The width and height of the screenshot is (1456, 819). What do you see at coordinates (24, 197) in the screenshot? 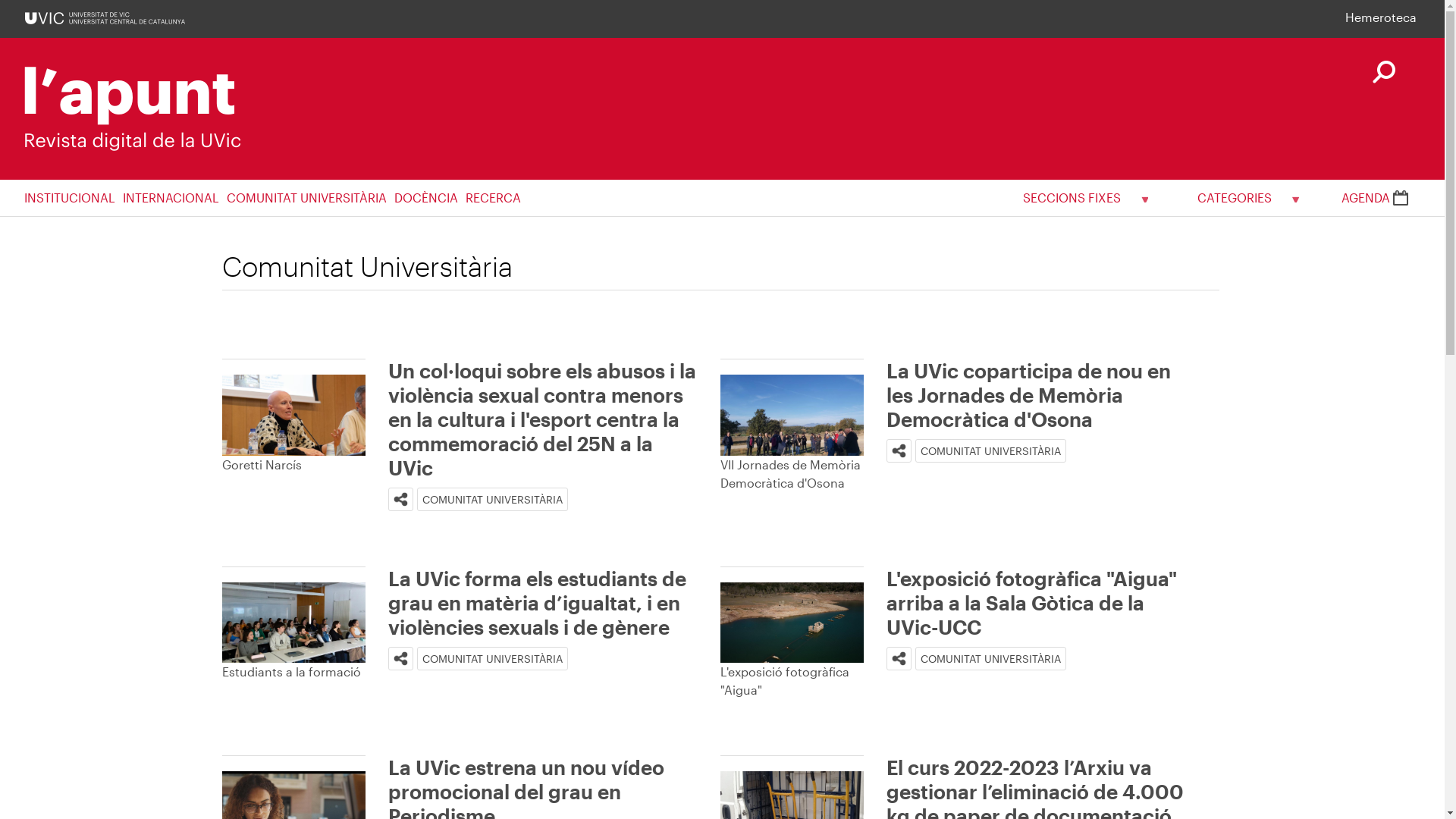
I see `'INSTITUCIONAL'` at bounding box center [24, 197].